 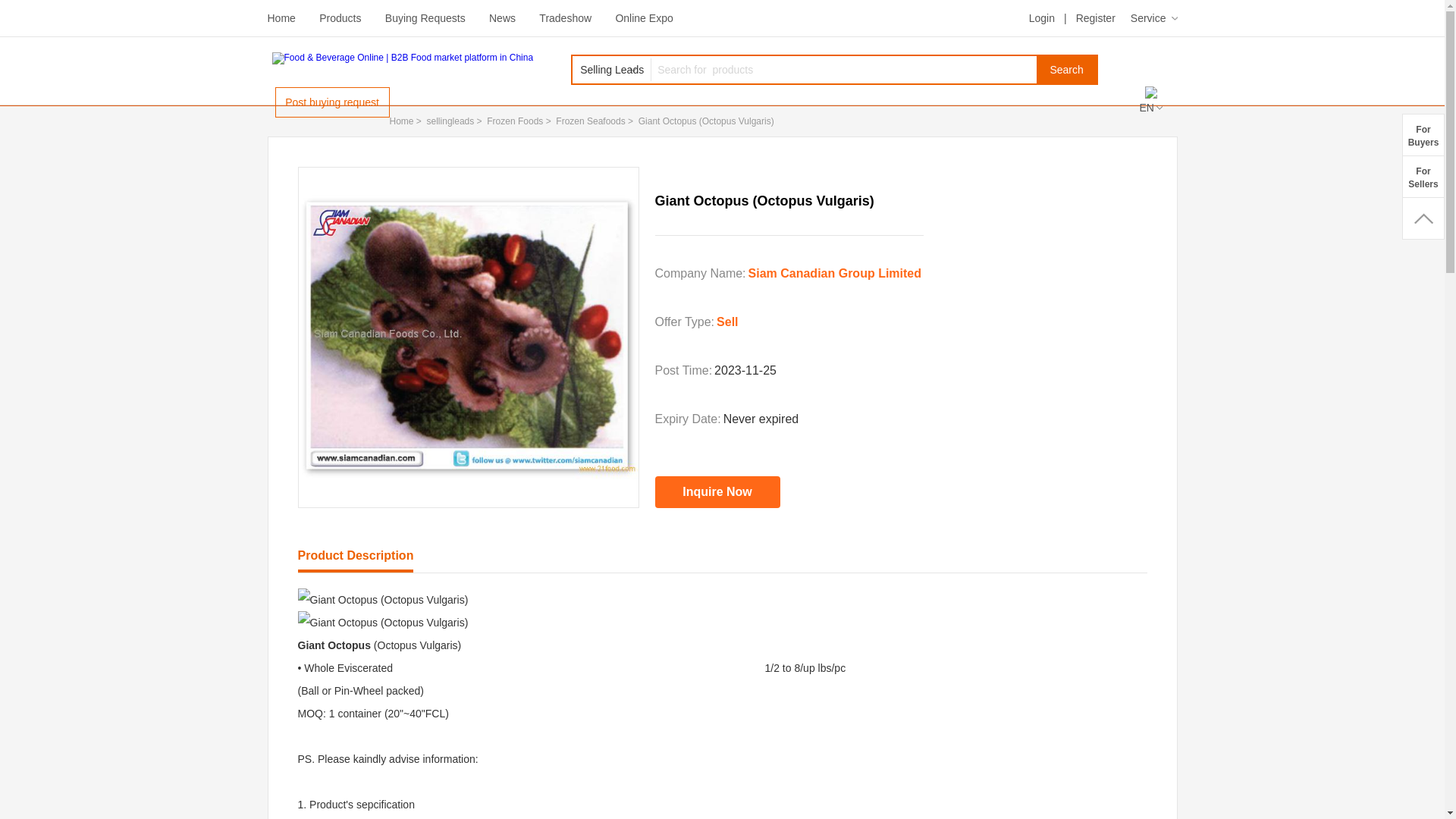 What do you see at coordinates (833, 273) in the screenshot?
I see `'Siam Canadian Group Limited'` at bounding box center [833, 273].